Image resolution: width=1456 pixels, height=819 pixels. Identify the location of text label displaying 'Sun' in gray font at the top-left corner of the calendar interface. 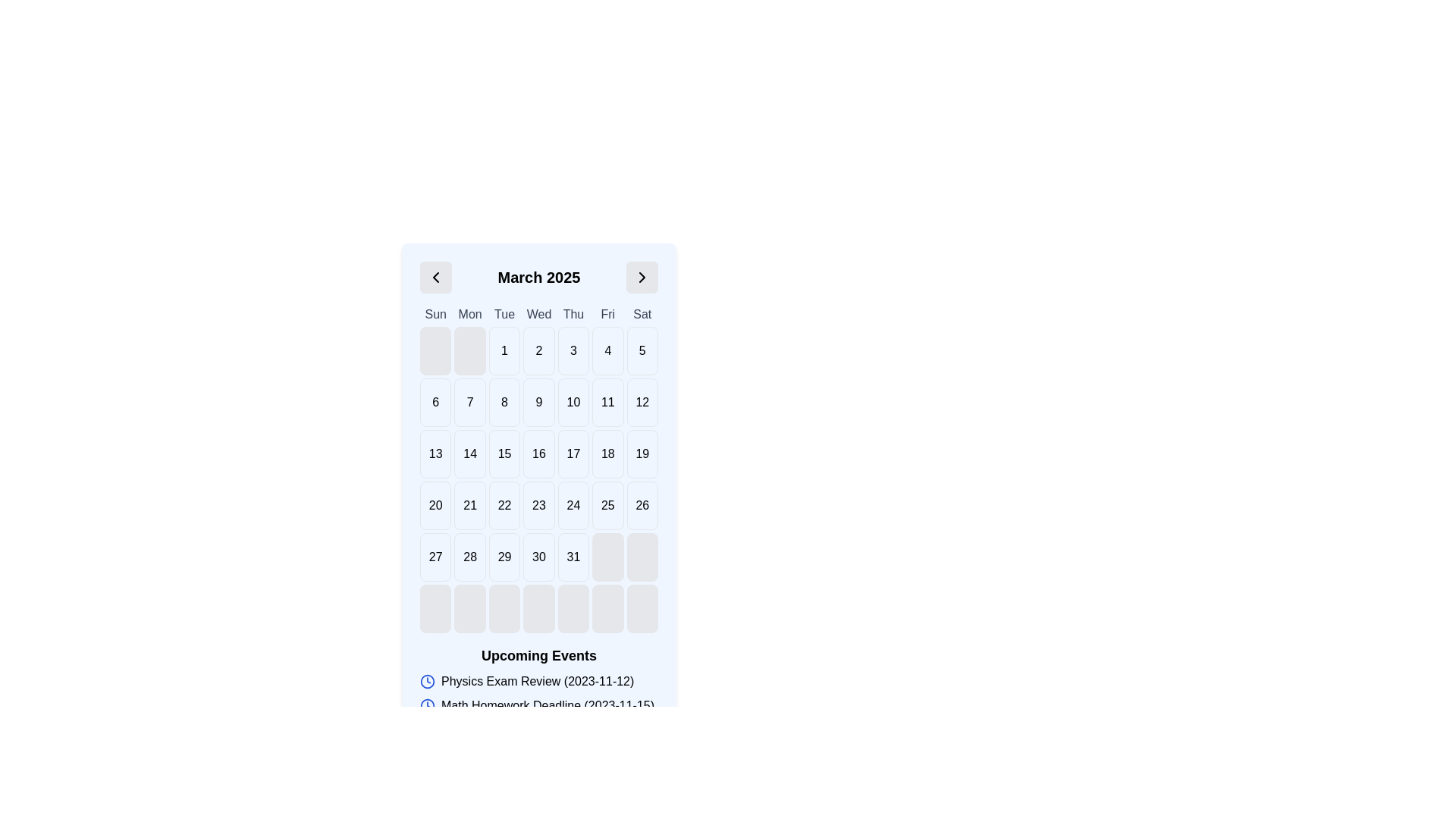
(435, 314).